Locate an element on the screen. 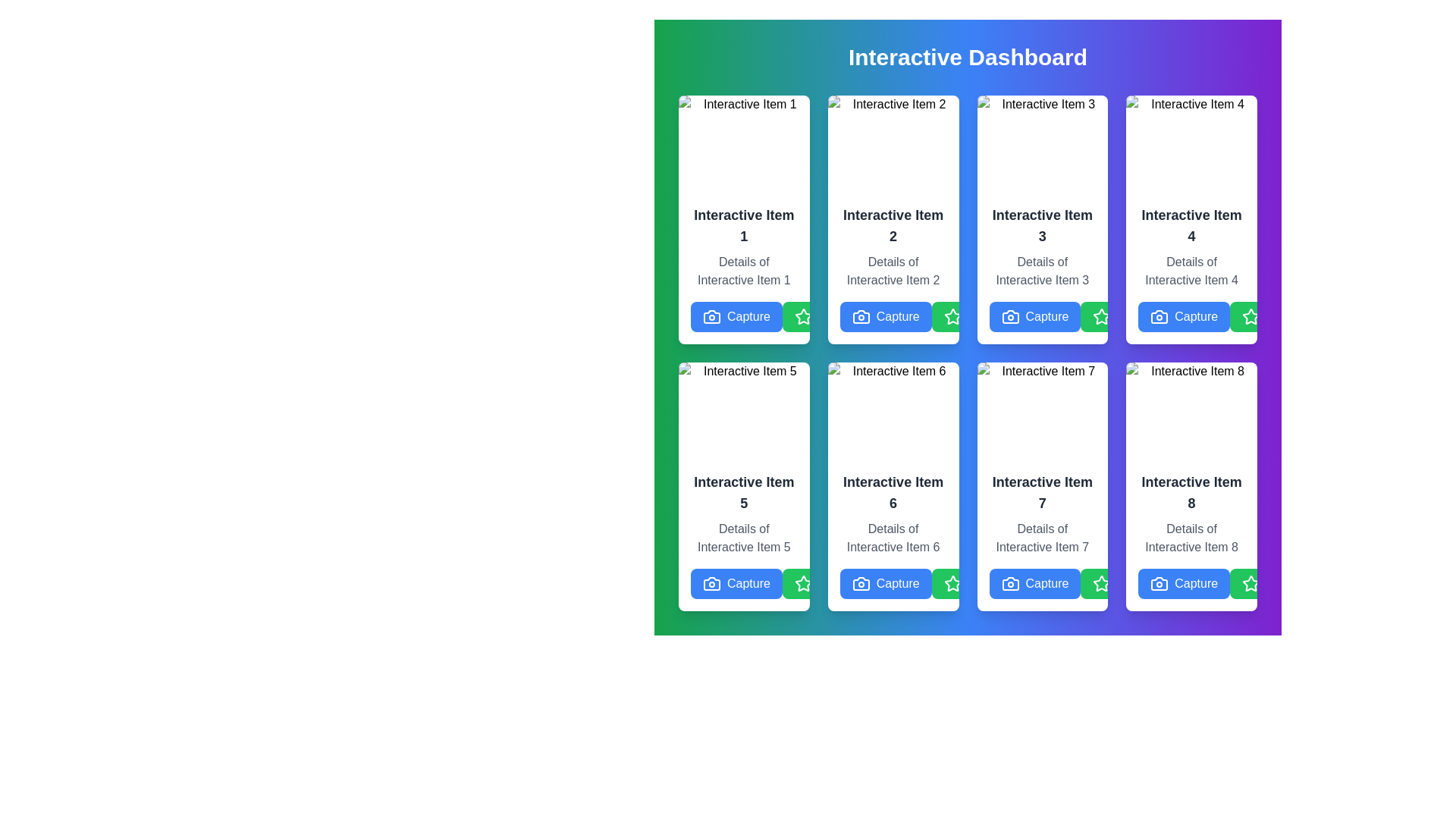 The image size is (1456, 819). the capture button located at the bottom of the card labeled 'Interactive Item 8' in the last row's far-right column is located at coordinates (1183, 583).